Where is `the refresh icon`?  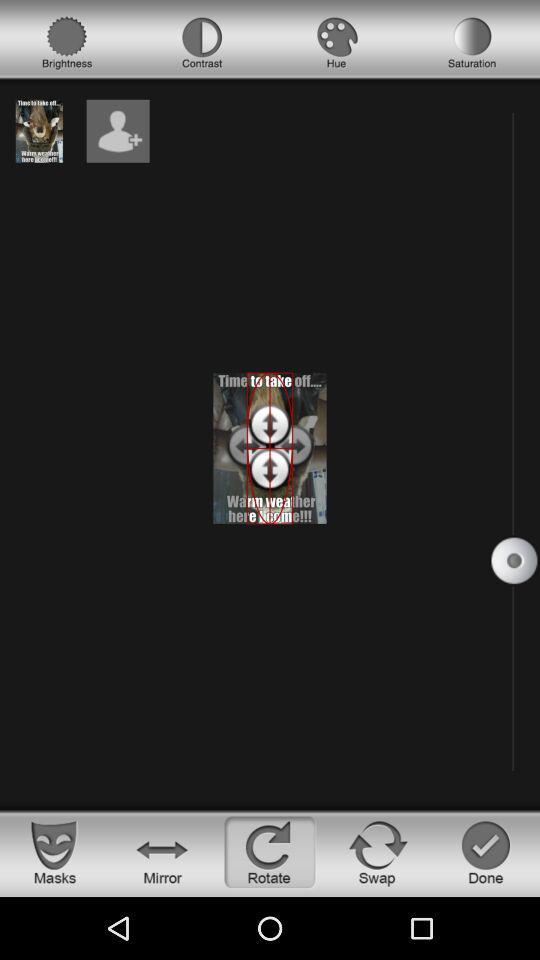 the refresh icon is located at coordinates (378, 851).